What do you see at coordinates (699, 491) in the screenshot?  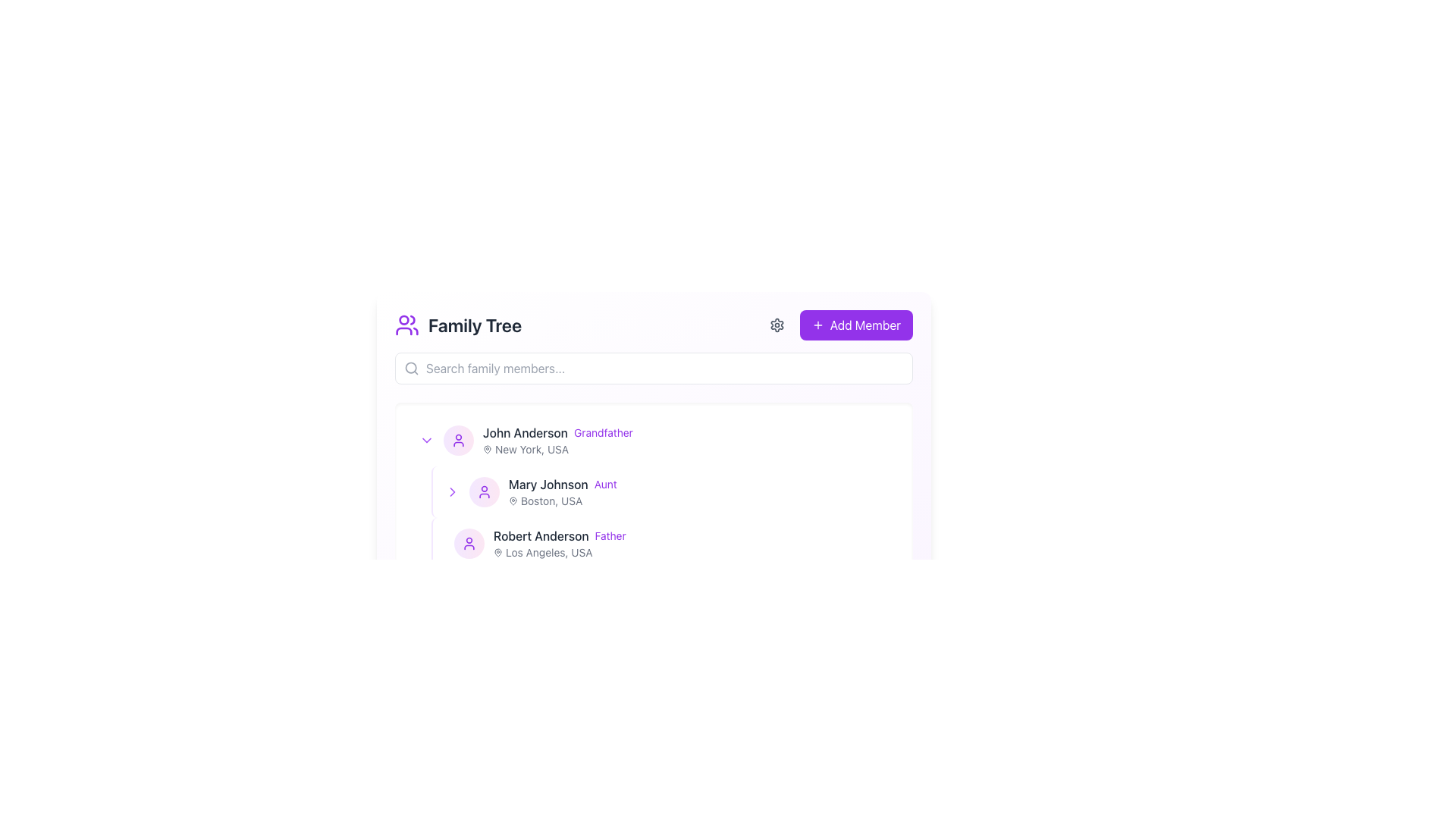 I see `the descriptive data card displaying a person's details, which is located in the central right region of a rectangular group box, positioned second in a vertical list between 'John Anderson' and 'Robert Anderson'` at bounding box center [699, 491].